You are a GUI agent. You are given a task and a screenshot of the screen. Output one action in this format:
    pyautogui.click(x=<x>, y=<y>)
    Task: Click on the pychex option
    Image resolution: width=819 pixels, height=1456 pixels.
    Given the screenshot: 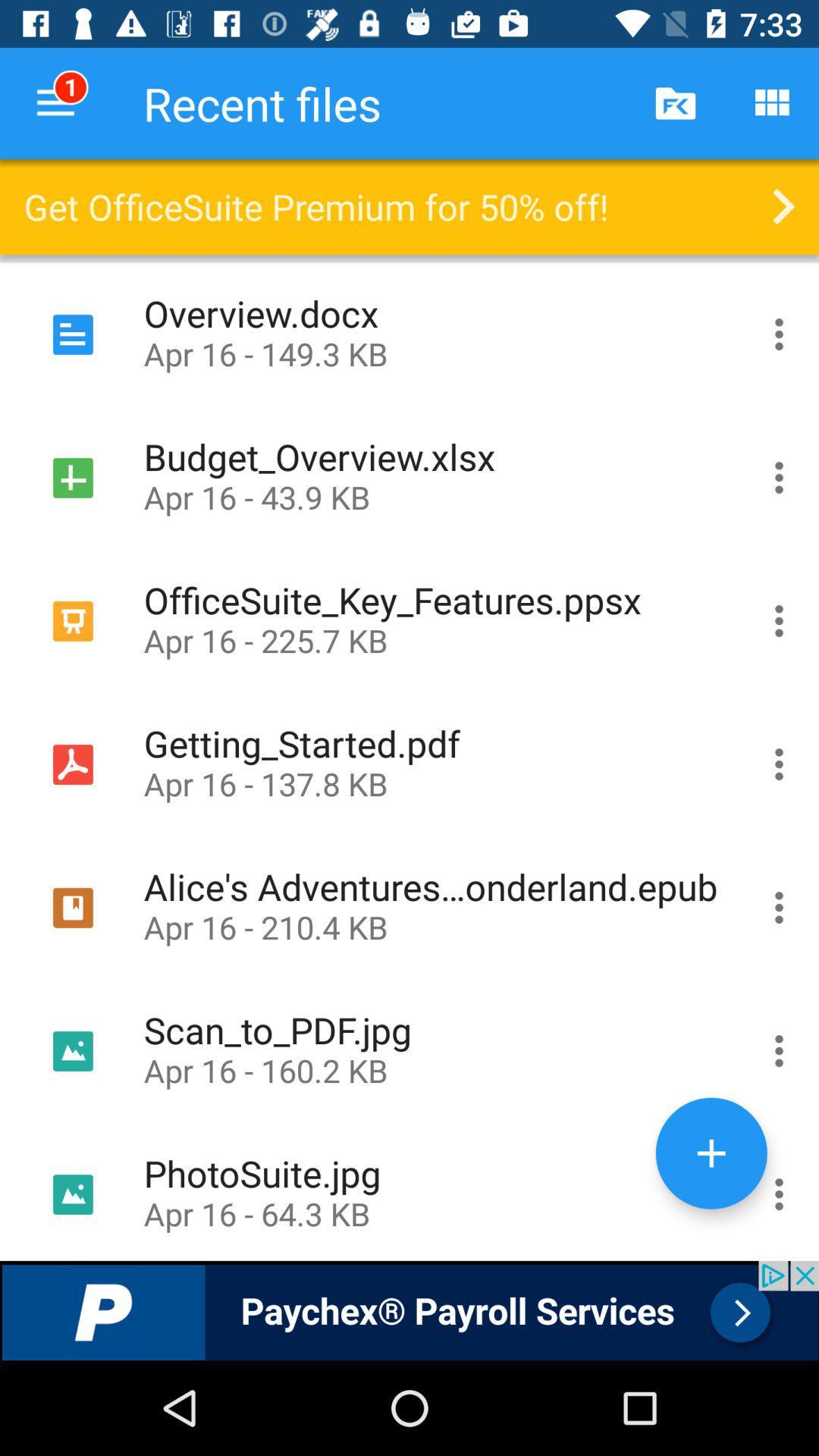 What is the action you would take?
    pyautogui.click(x=409, y=1310)
    